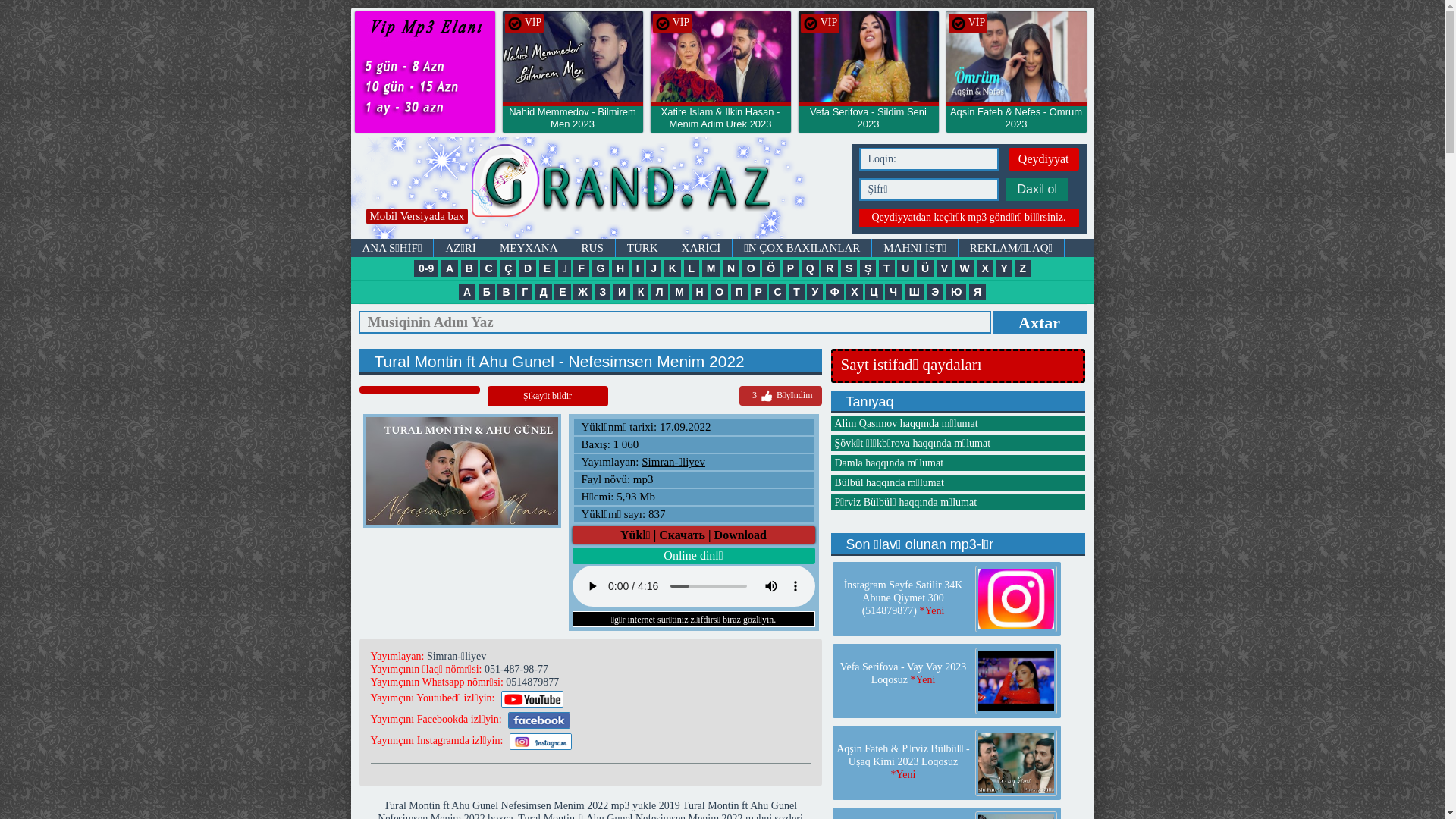 The width and height of the screenshot is (1456, 819). Describe the element at coordinates (992, 321) in the screenshot. I see `'Axtar'` at that location.